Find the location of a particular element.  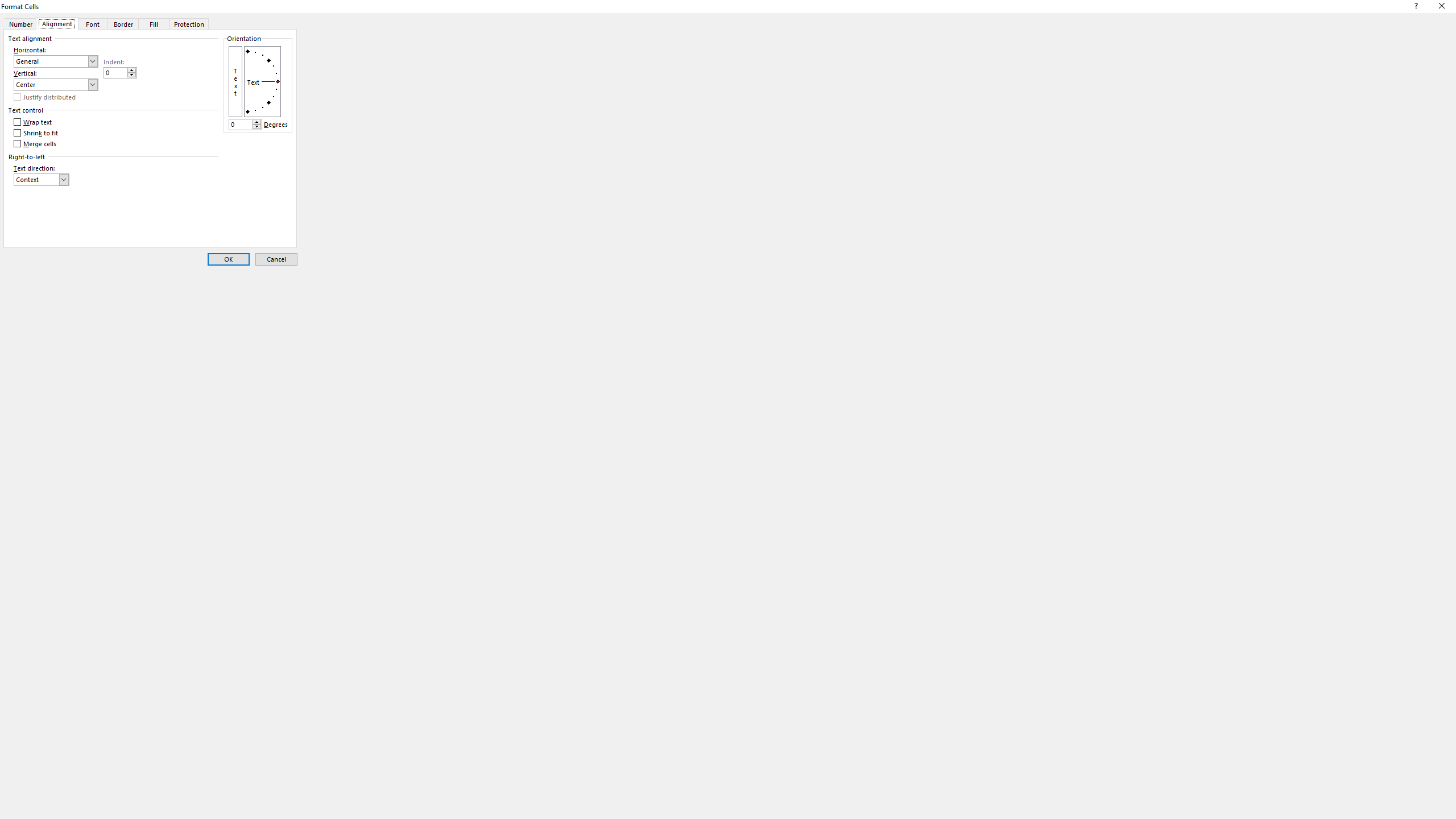

'Horizontal:' is located at coordinates (55, 61).